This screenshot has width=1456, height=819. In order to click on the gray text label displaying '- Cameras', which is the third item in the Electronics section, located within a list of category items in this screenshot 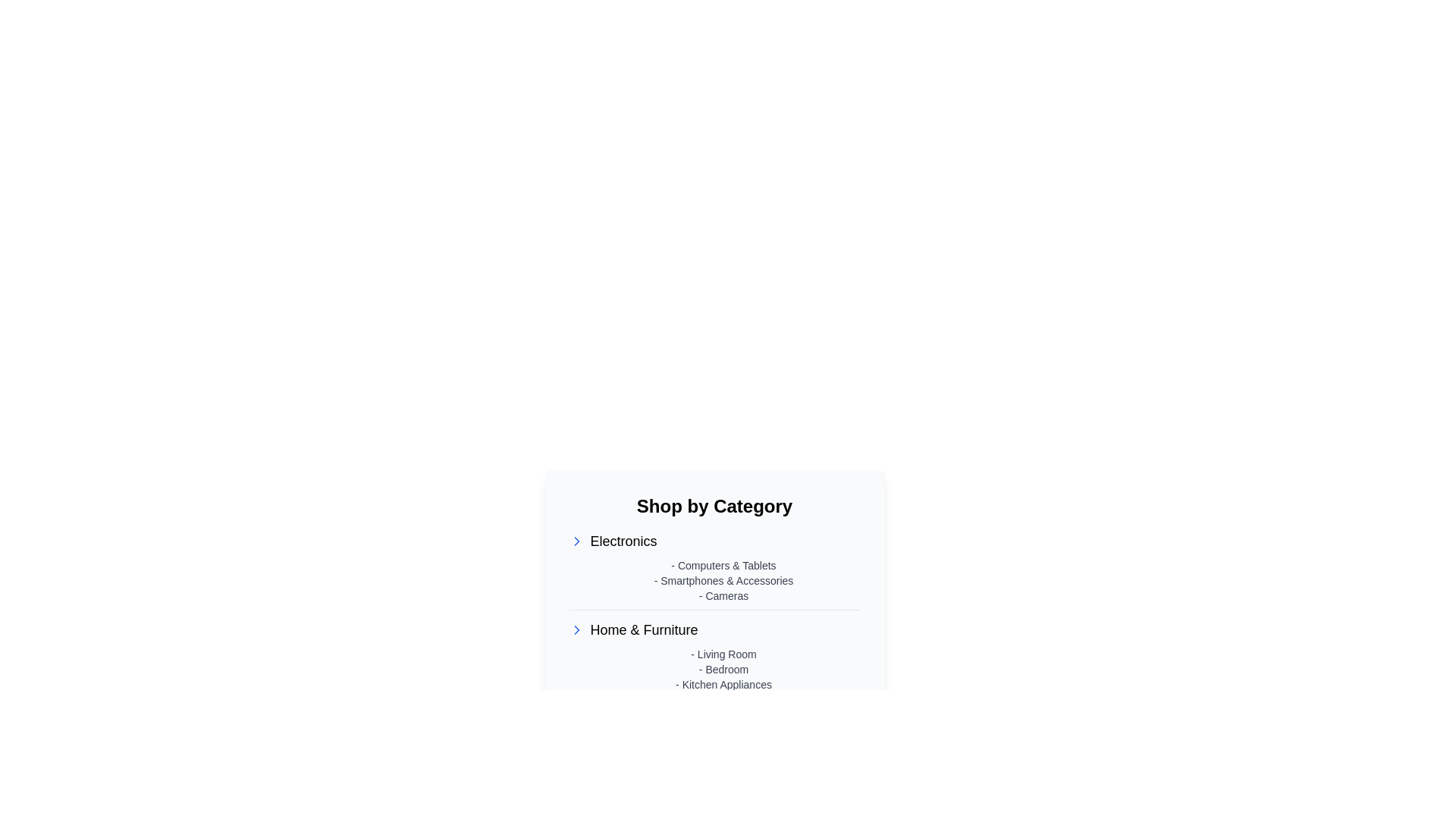, I will do `click(723, 595)`.